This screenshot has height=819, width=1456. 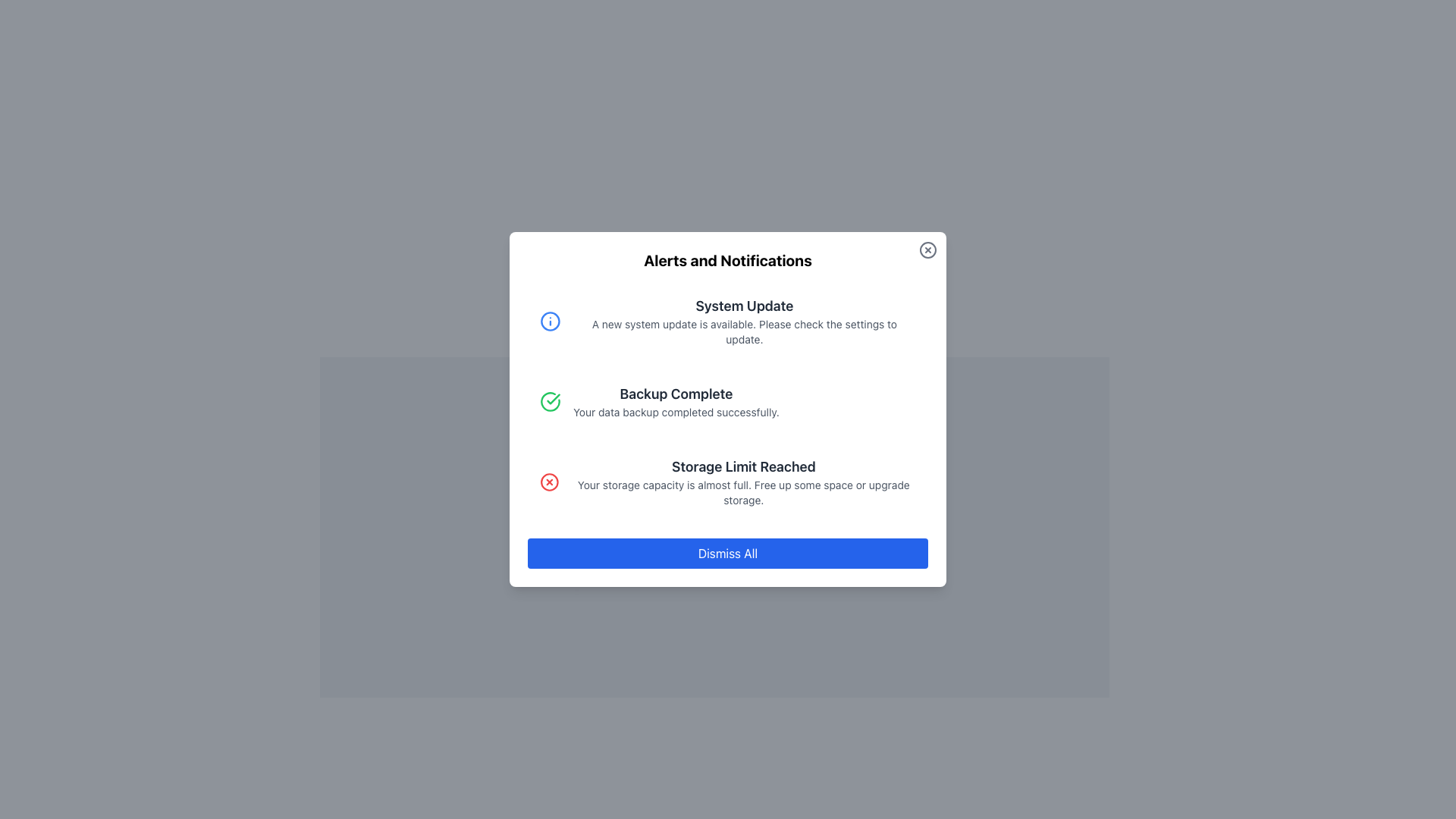 What do you see at coordinates (743, 466) in the screenshot?
I see `the text label displaying 'Storage Limit Reached', which is prominently positioned in the modal dialog box, above the 'Dismiss All' button` at bounding box center [743, 466].